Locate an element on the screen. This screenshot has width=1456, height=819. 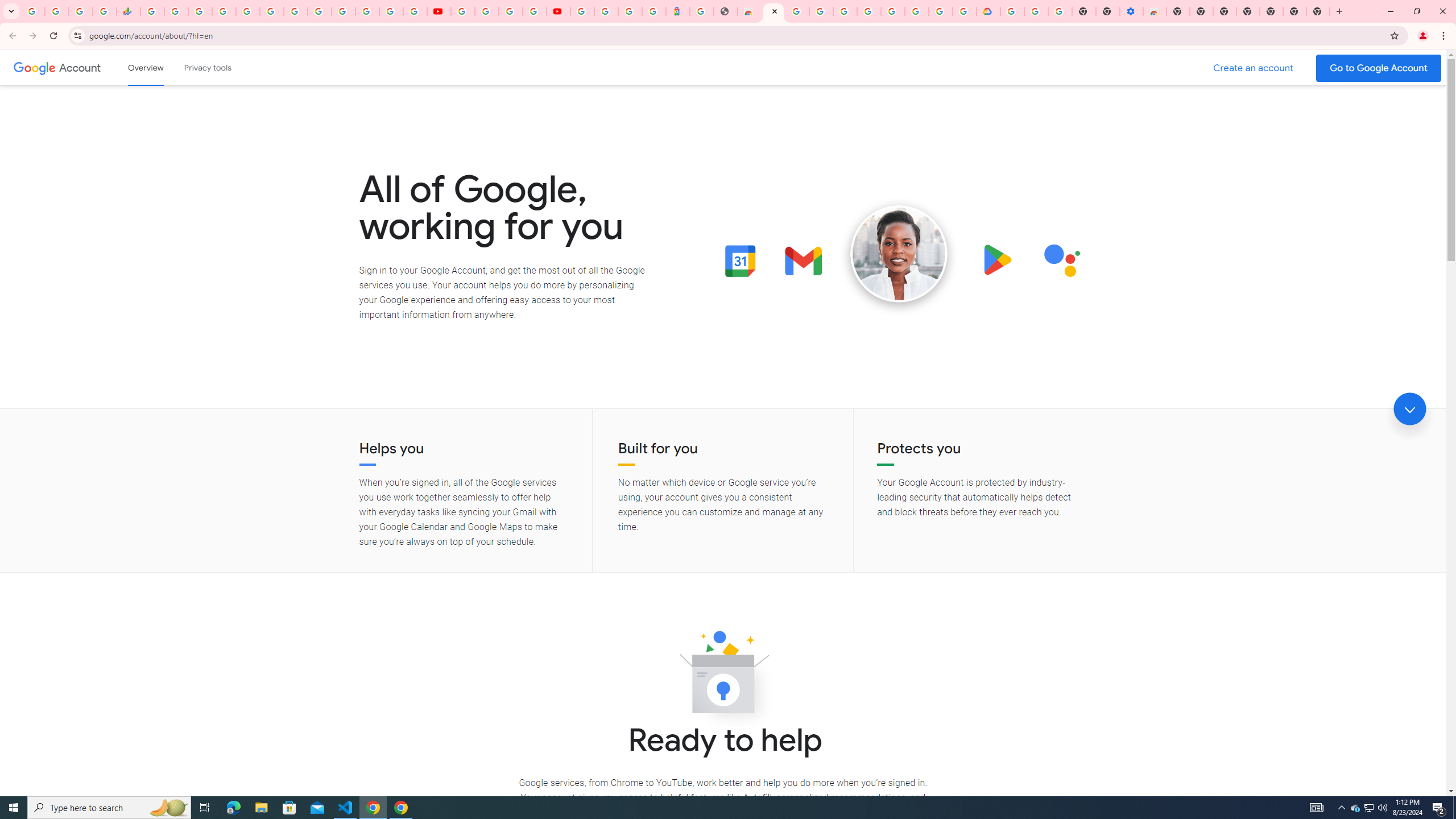
'Google Account Help' is located at coordinates (487, 11).